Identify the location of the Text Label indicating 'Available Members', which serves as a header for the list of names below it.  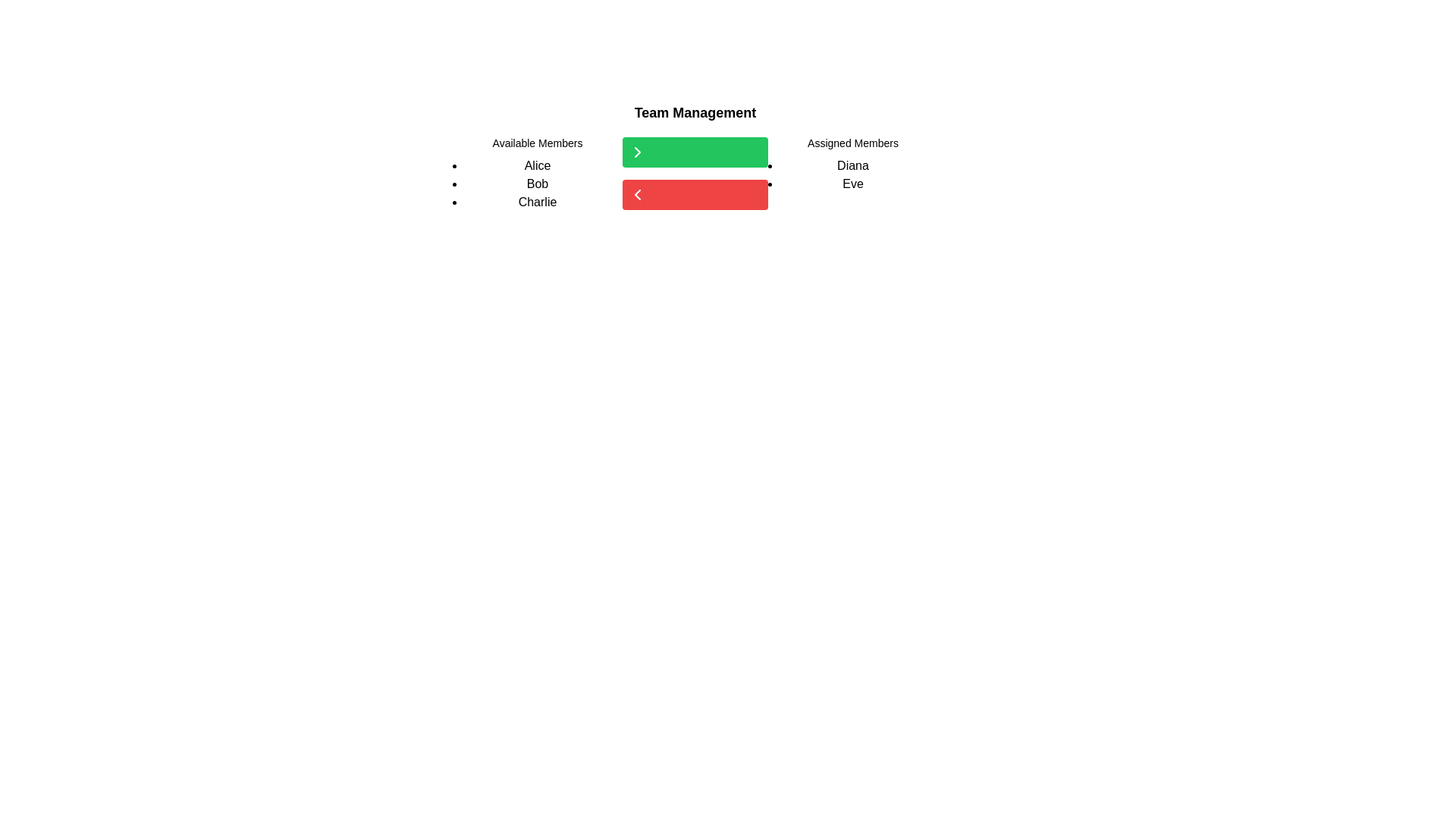
(538, 143).